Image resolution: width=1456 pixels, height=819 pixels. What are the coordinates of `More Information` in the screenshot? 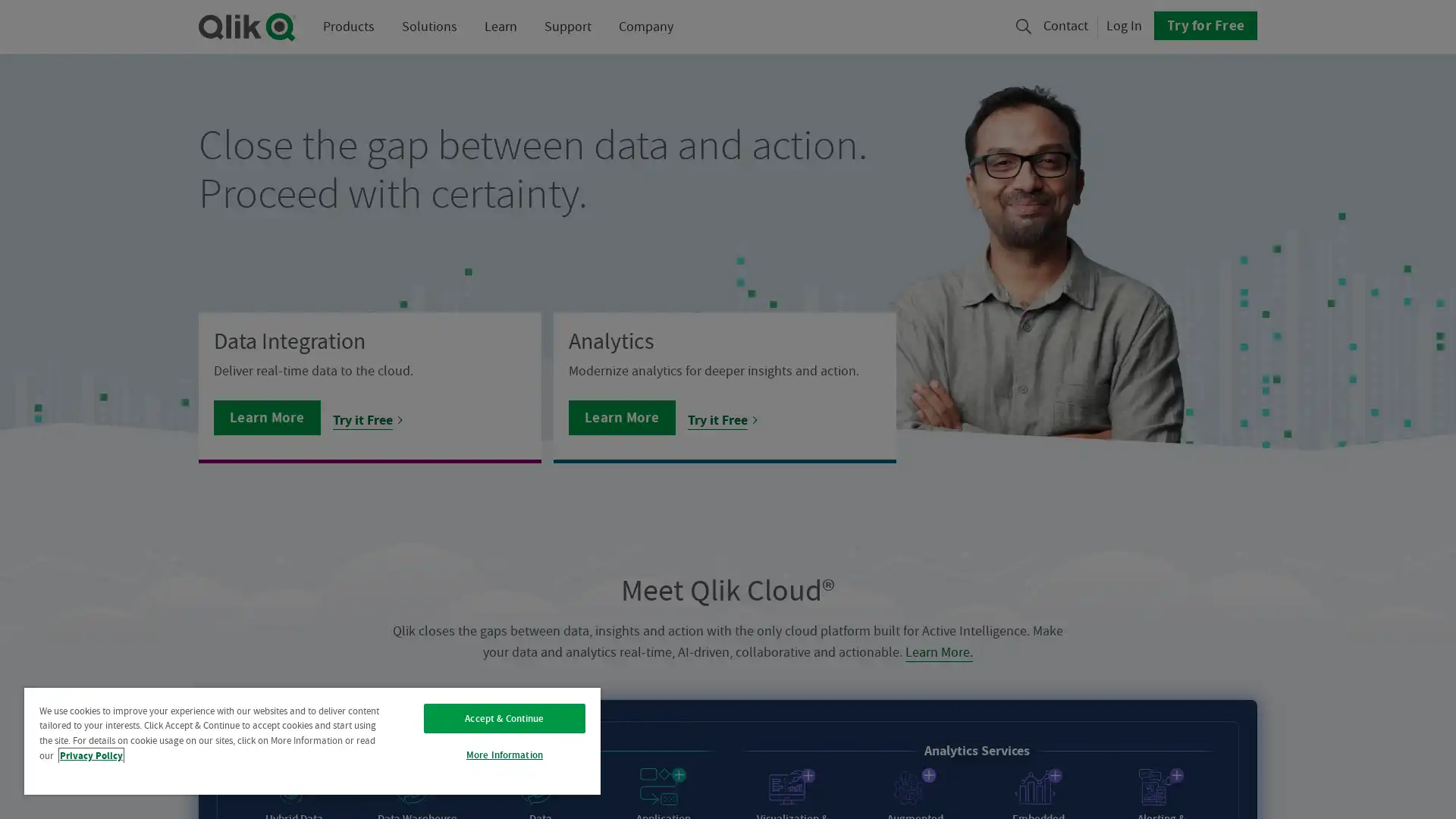 It's located at (504, 755).